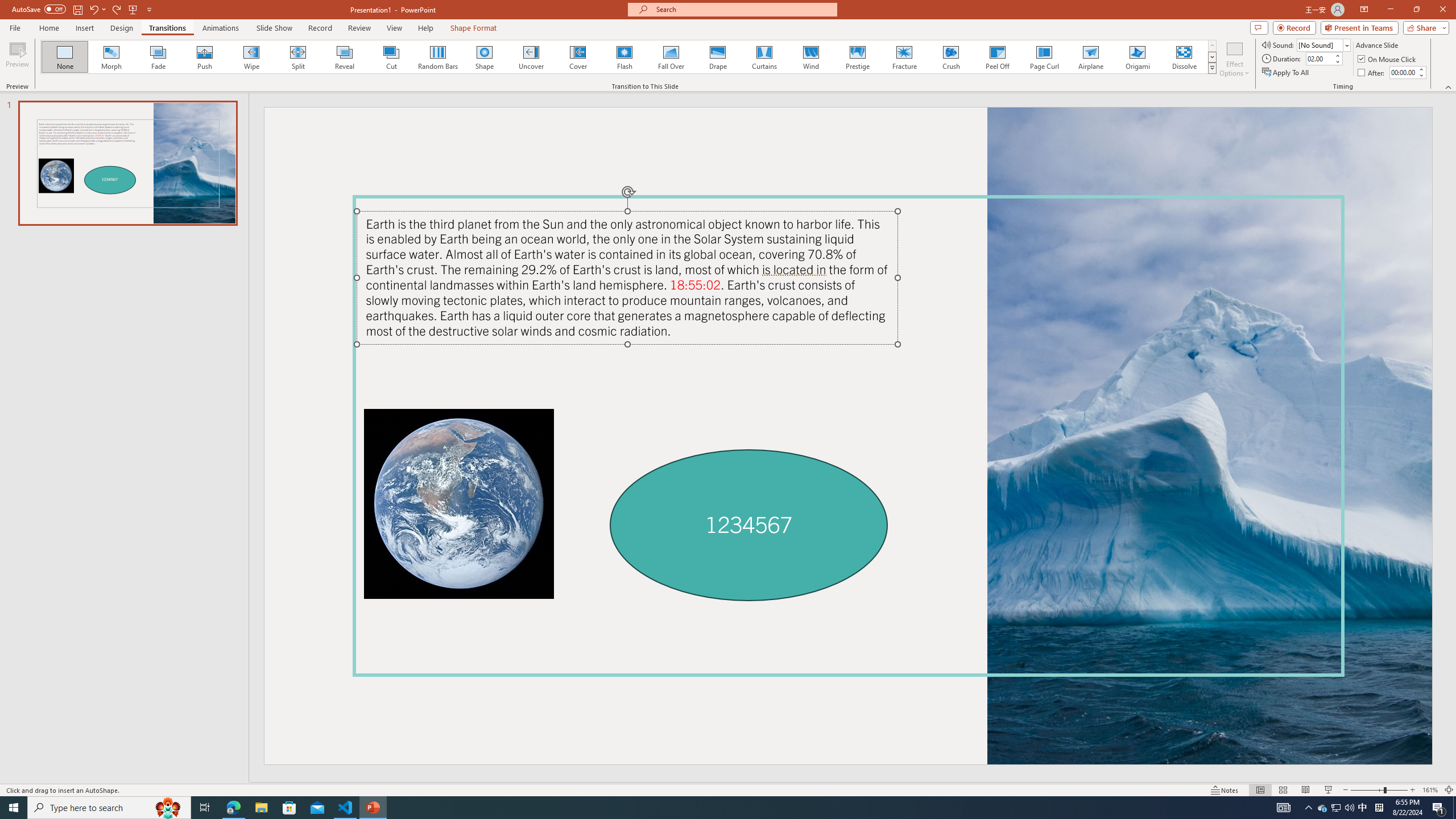  Describe the element at coordinates (251, 56) in the screenshot. I see `'Wipe'` at that location.